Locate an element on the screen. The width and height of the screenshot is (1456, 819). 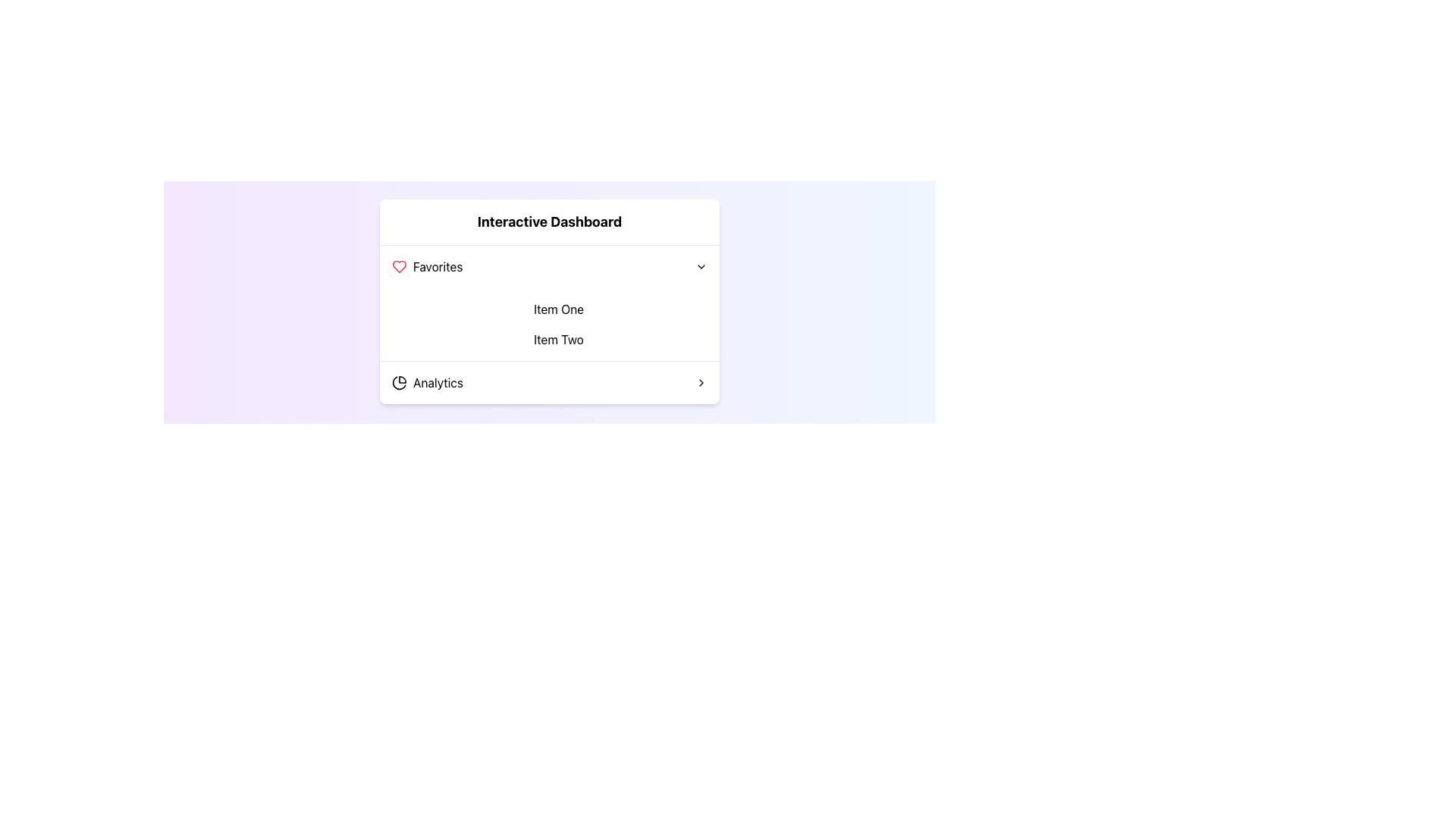
the downward-pointing chevron icon in the Favorites section is located at coordinates (701, 265).